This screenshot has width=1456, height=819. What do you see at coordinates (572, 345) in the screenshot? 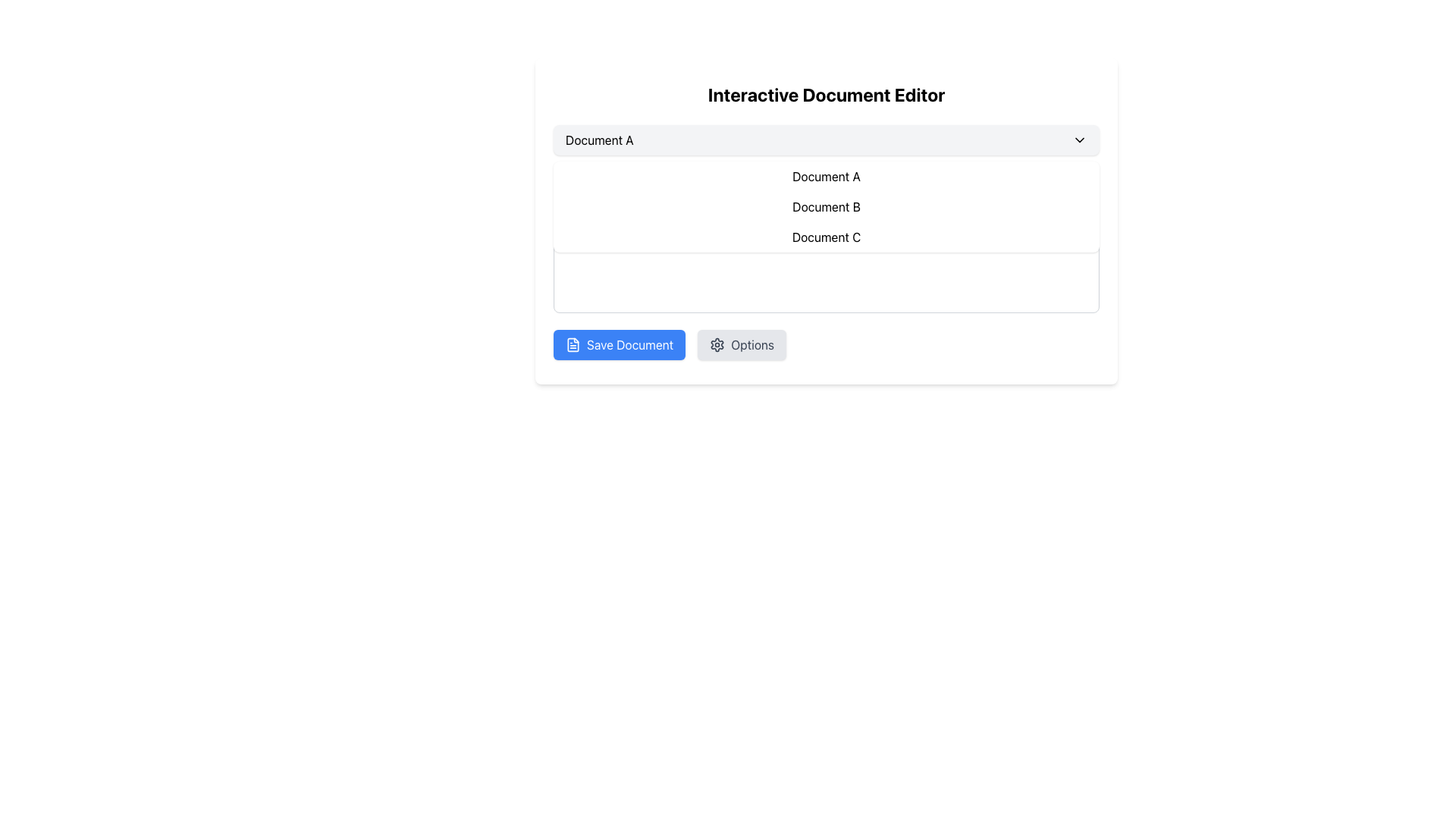
I see `the file icon, which is depicted with a document-like outline and located in the lower-left corner of the interface within the Save Document button` at bounding box center [572, 345].